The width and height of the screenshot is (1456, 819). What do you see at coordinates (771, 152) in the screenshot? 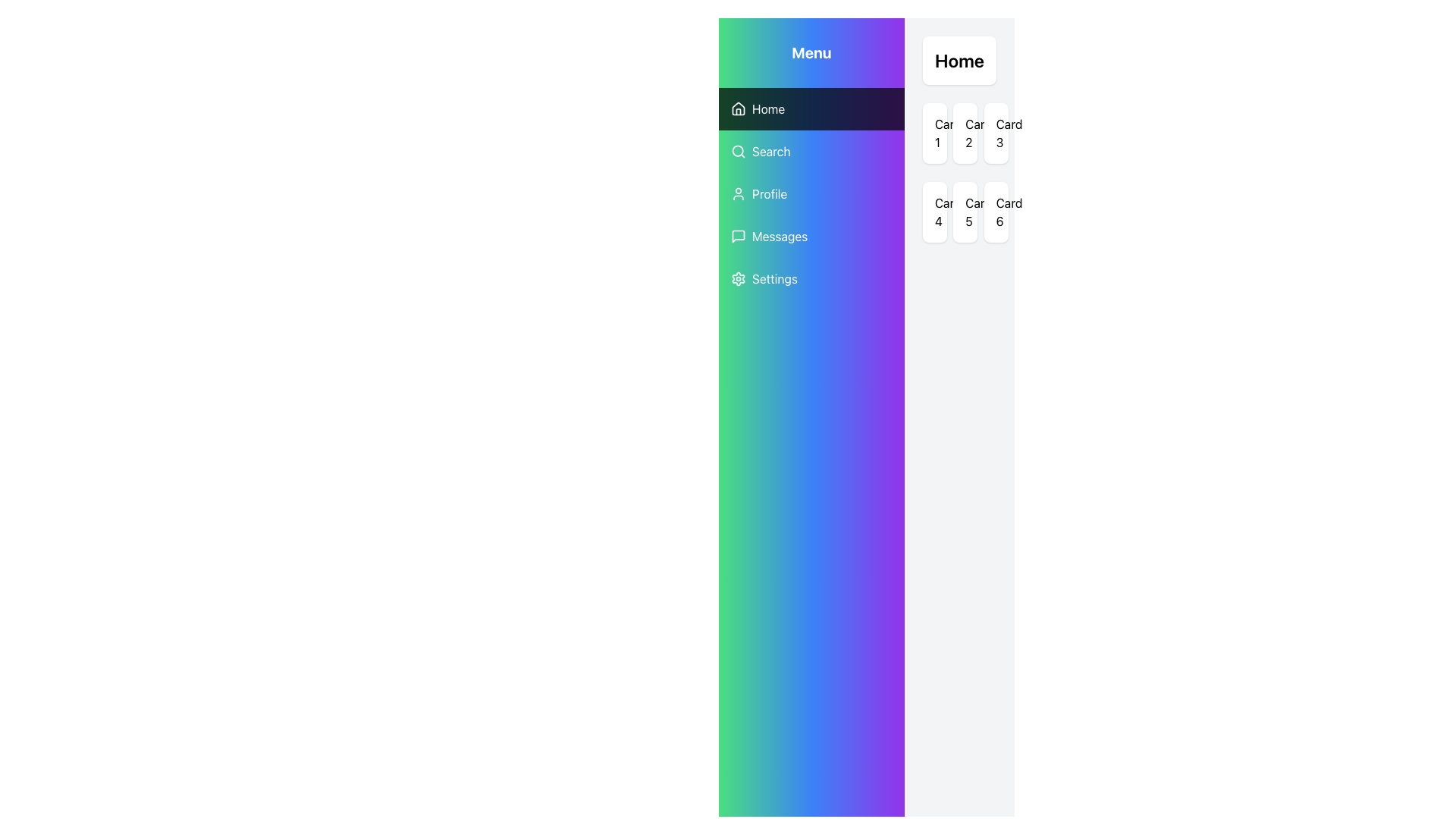
I see `the 'Search' text label located` at bounding box center [771, 152].